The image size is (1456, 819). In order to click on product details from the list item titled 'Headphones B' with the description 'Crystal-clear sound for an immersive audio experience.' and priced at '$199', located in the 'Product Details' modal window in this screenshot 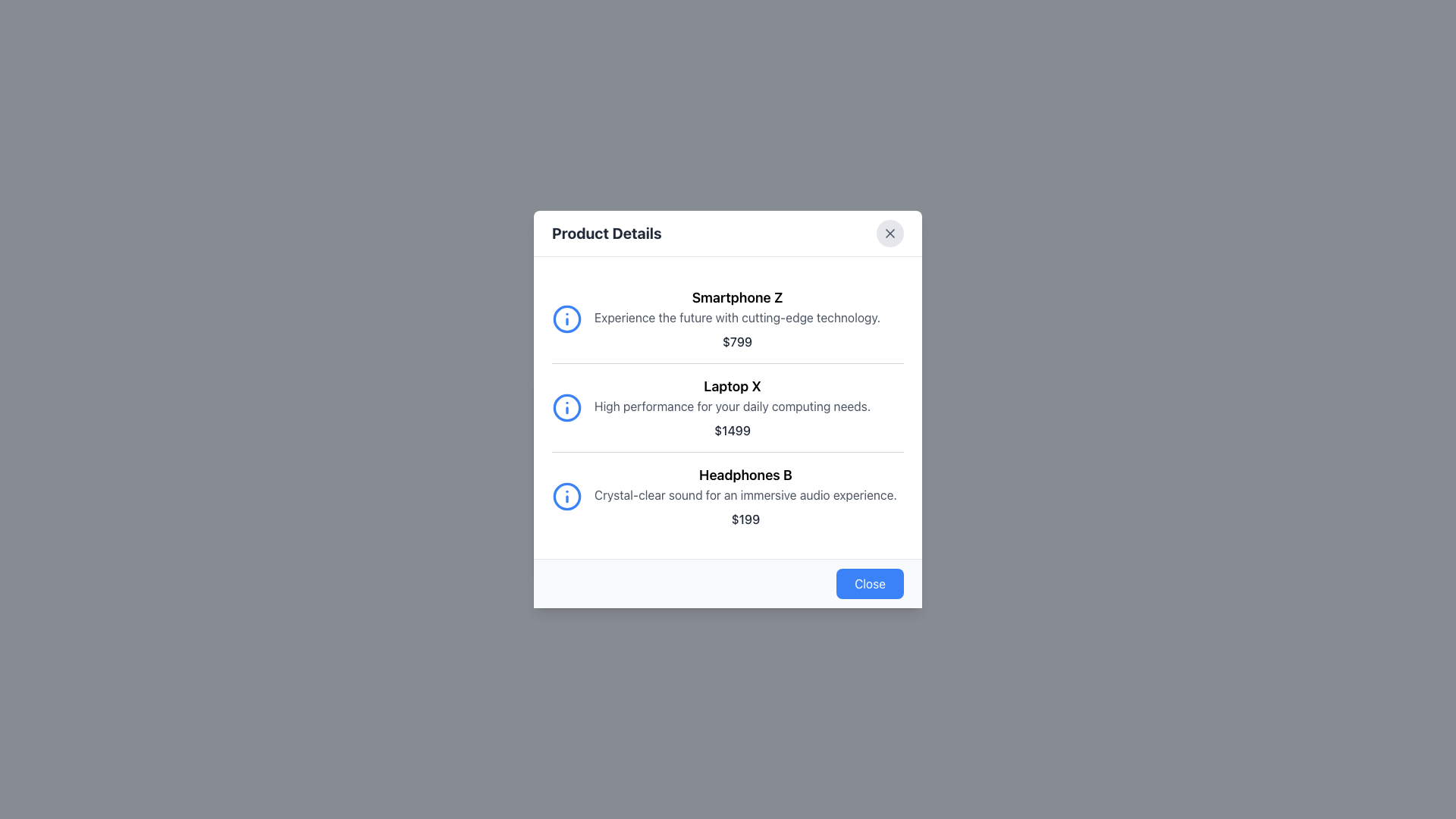, I will do `click(728, 496)`.